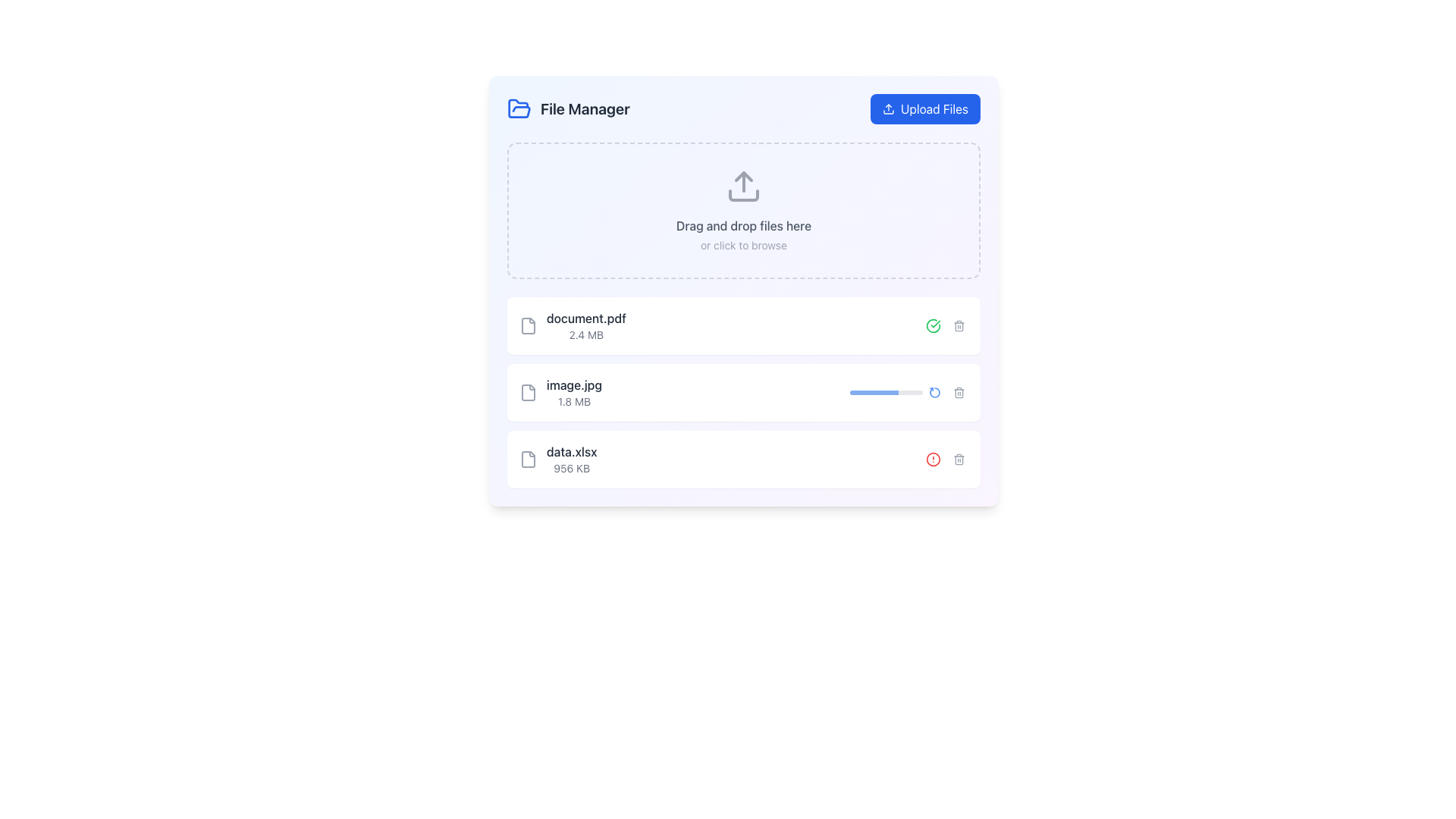 Image resolution: width=1456 pixels, height=819 pixels. I want to click on and drop files onto the interactive file upload box located below the 'File Manager' title and above the file list containing 'document.pdf', 'image.jpg', and 'data.xlsx', so click(743, 210).